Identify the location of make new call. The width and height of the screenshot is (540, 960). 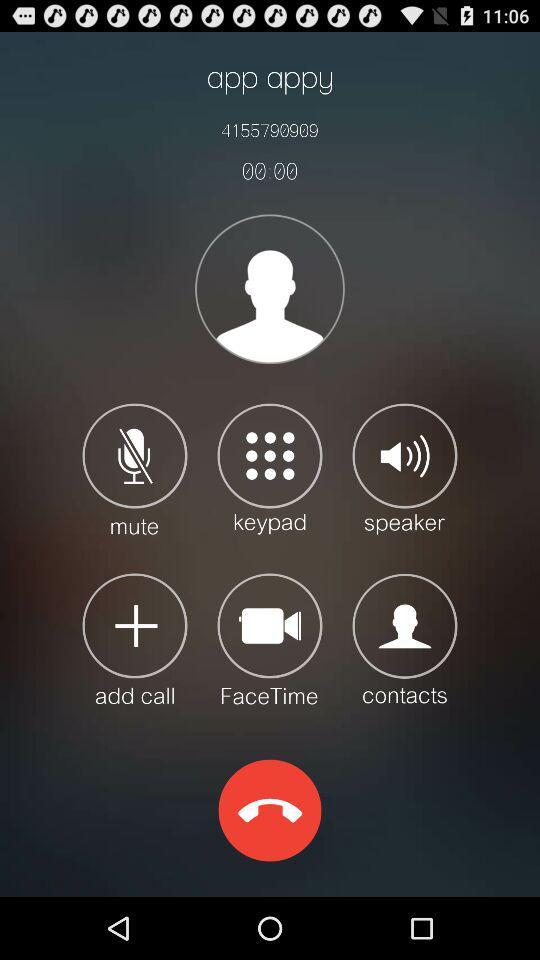
(135, 637).